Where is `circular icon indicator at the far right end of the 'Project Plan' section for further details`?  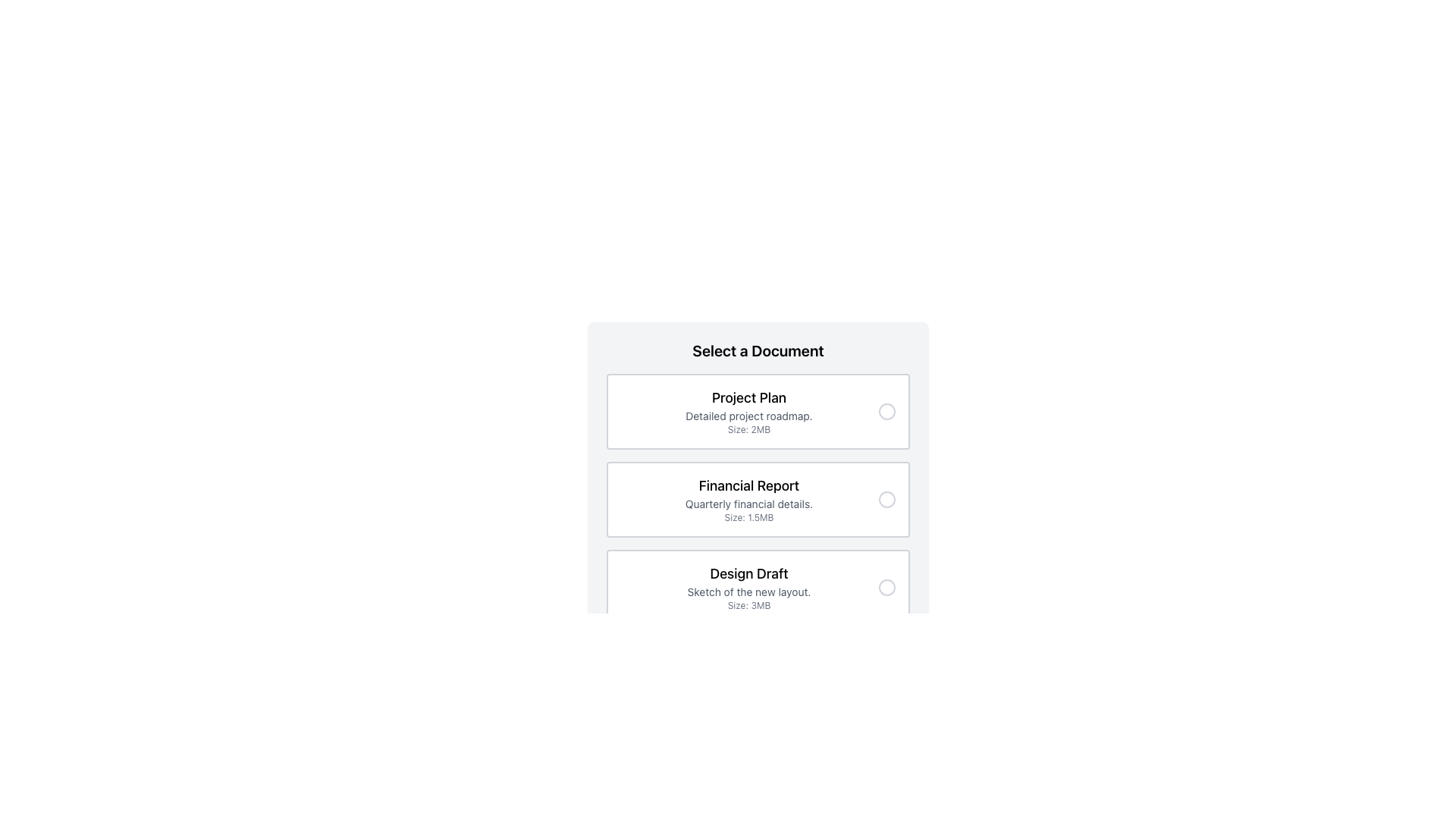 circular icon indicator at the far right end of the 'Project Plan' section for further details is located at coordinates (887, 412).